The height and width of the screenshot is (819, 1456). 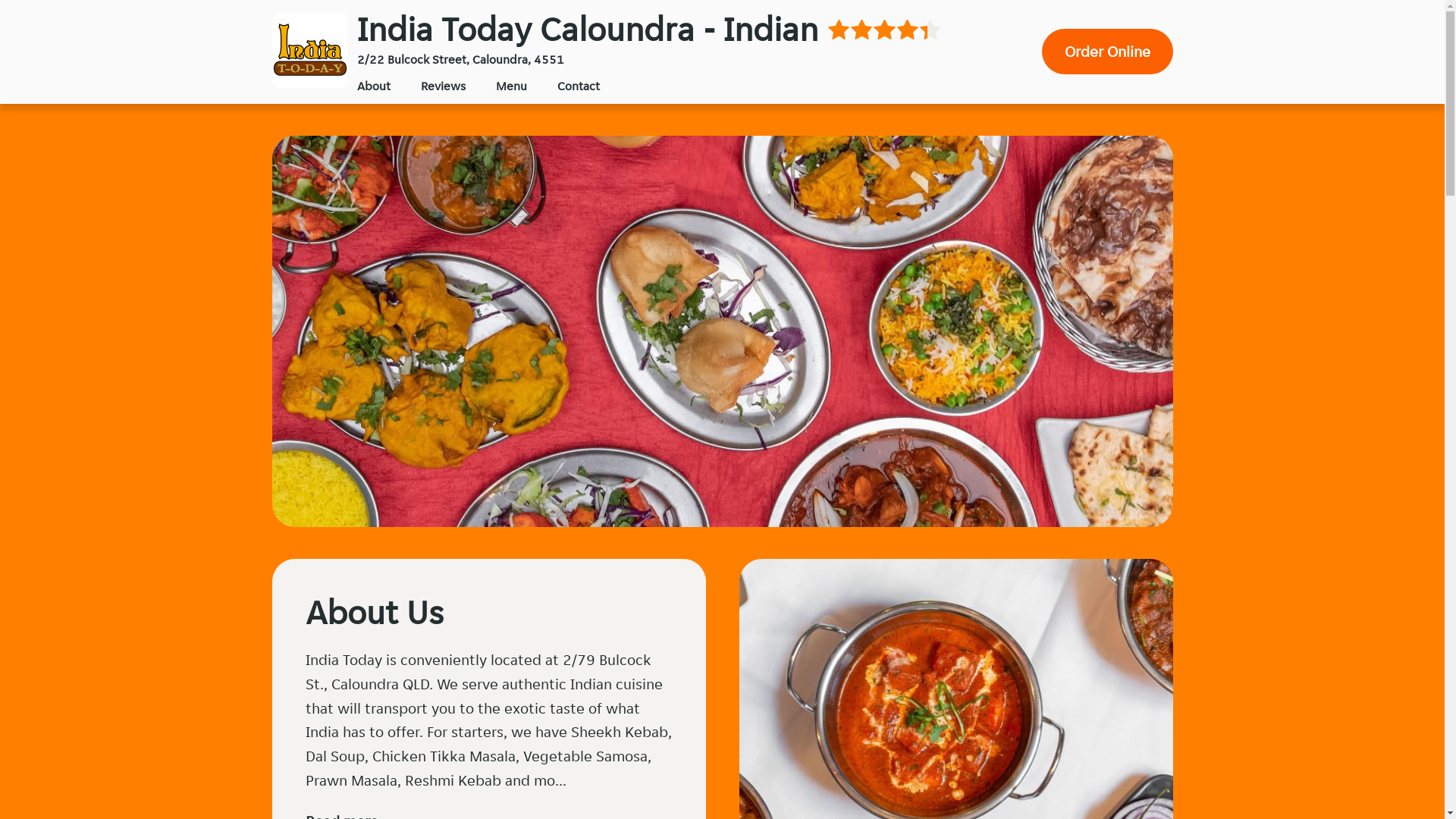 I want to click on 'About', so click(x=372, y=86).